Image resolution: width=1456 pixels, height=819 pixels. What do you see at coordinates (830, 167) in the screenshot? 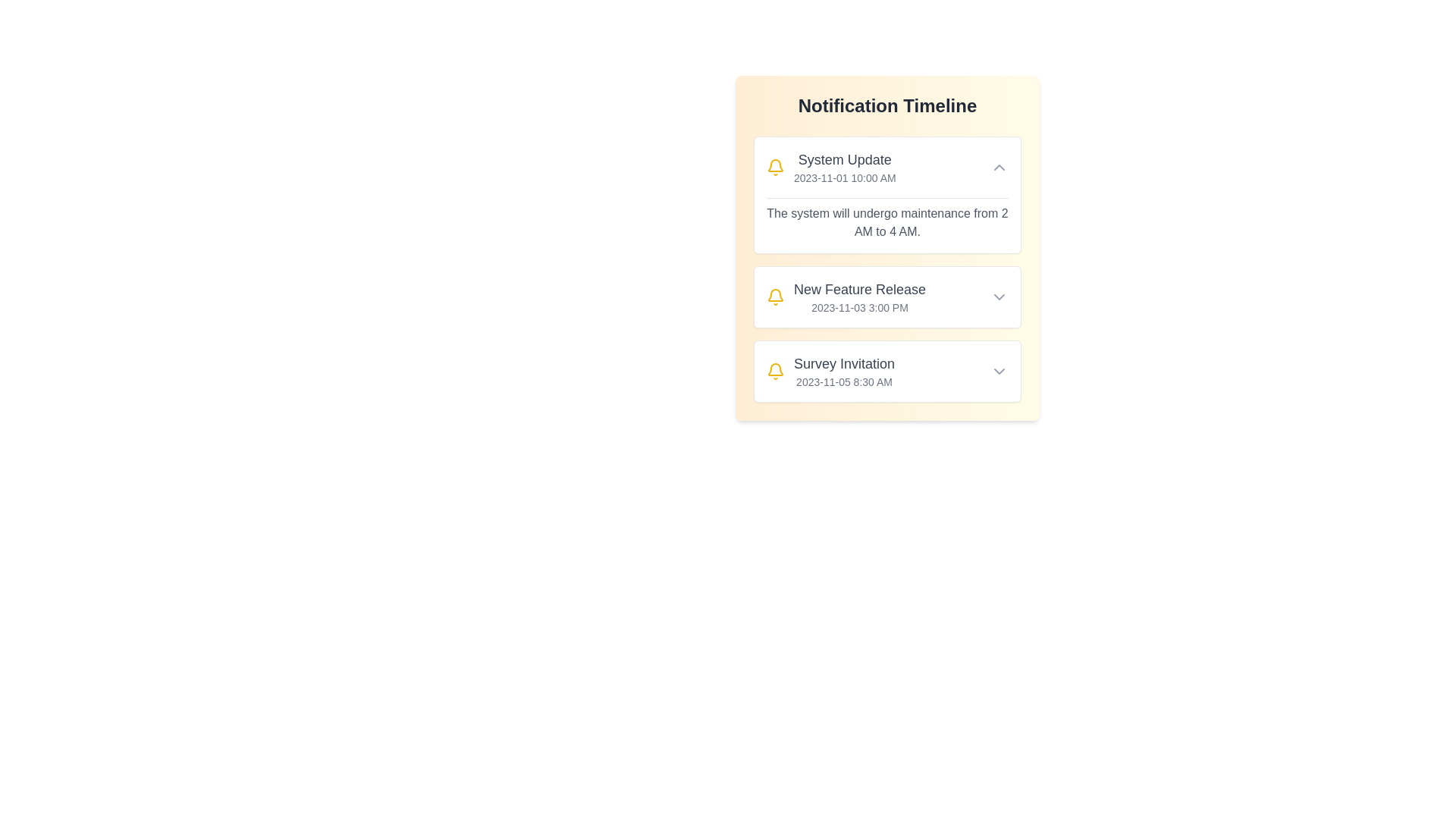
I see `the header notification entry displaying the title 'System Update' and the timestamp '2023-11-01 10:00 AM' to perform an action related to the notification` at bounding box center [830, 167].